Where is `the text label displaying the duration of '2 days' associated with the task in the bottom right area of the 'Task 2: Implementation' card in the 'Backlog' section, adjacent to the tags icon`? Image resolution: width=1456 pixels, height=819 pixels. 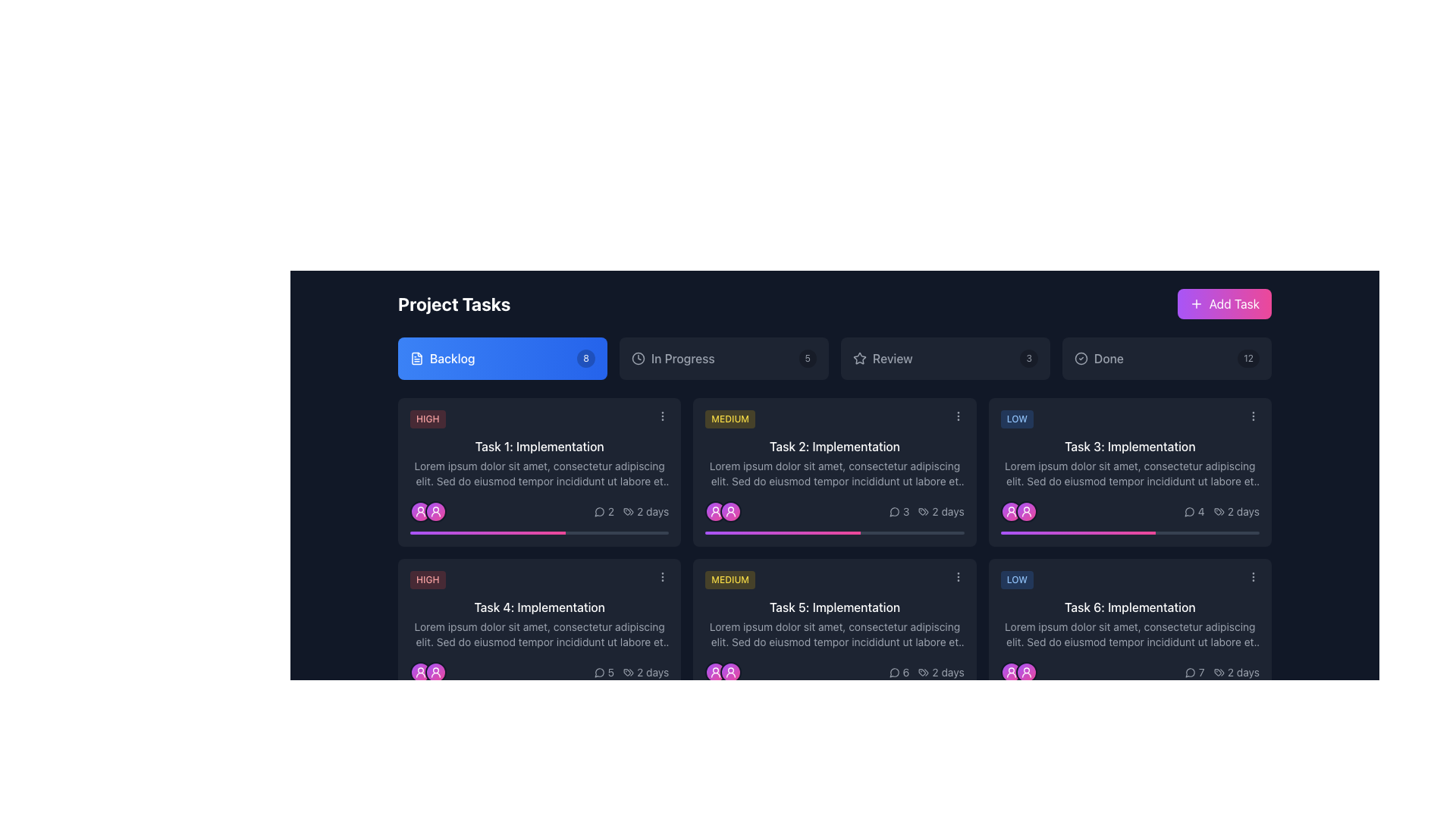
the text label displaying the duration of '2 days' associated with the task in the bottom right area of the 'Task 2: Implementation' card in the 'Backlog' section, adjacent to the tags icon is located at coordinates (926, 512).